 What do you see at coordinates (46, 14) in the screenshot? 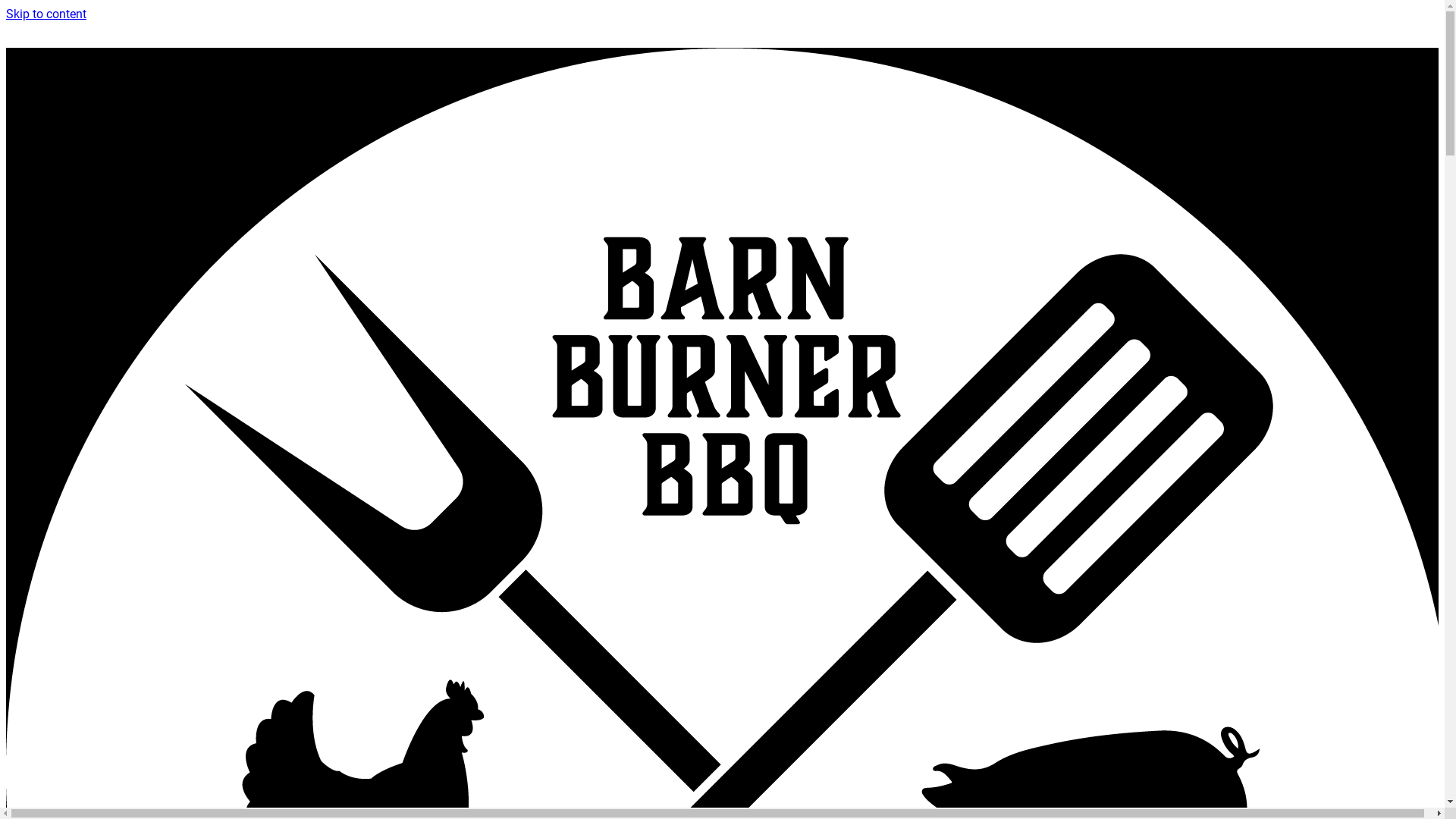
I see `'Skip to content'` at bounding box center [46, 14].